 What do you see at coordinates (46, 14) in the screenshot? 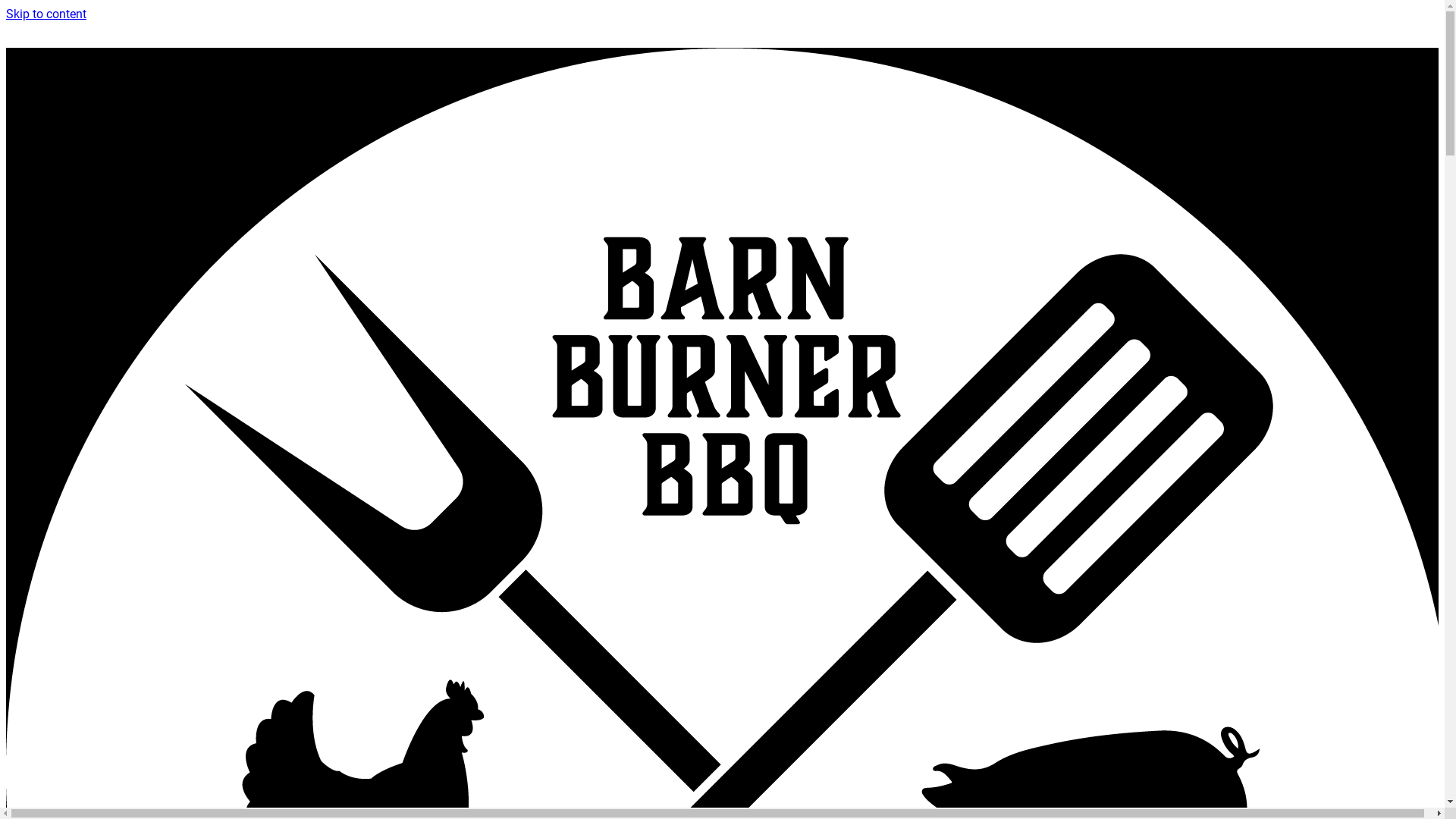
I see `'Skip to content'` at bounding box center [46, 14].